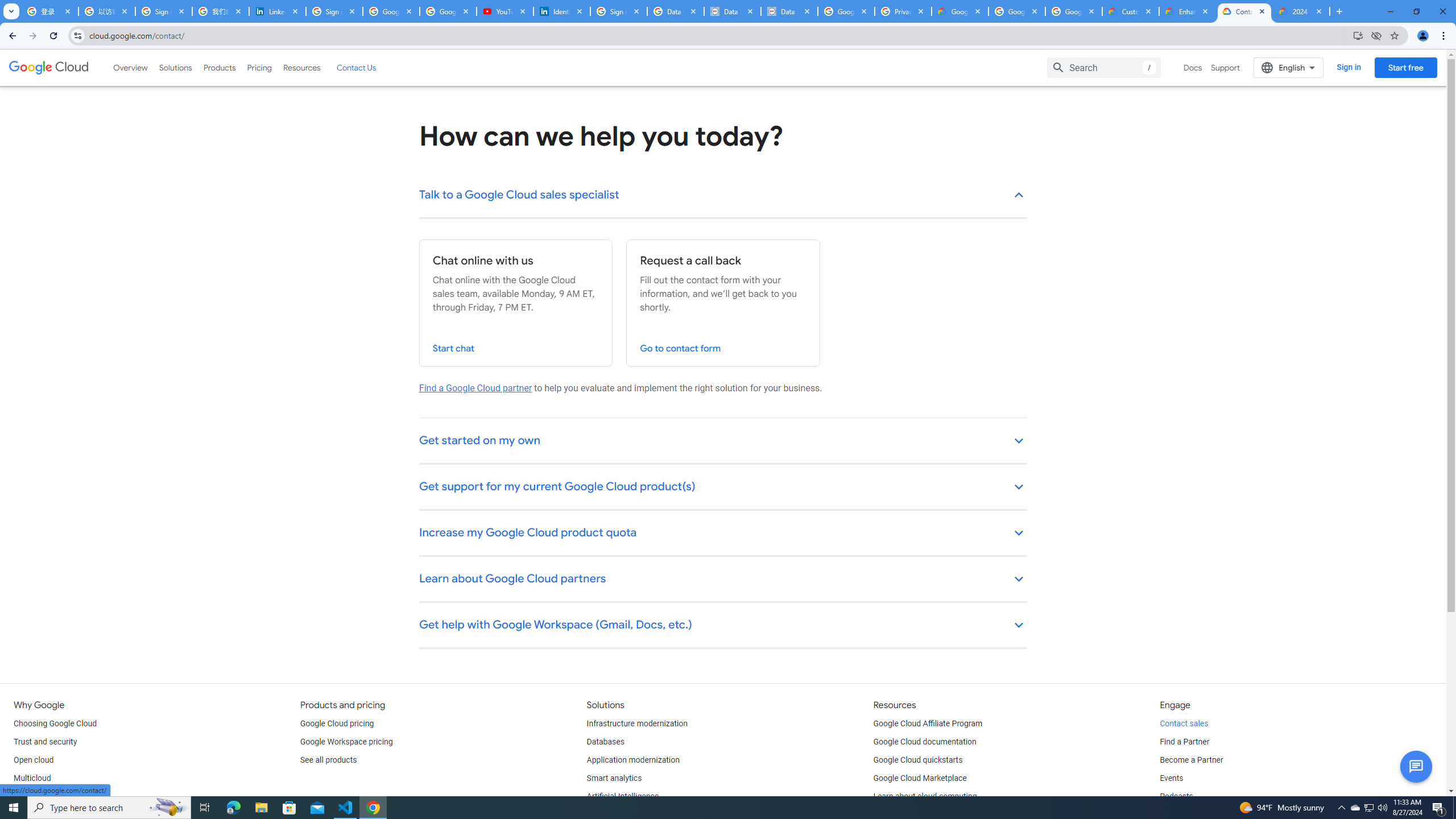  What do you see at coordinates (1131, 11) in the screenshot?
I see `'Customer Care | Google Cloud'` at bounding box center [1131, 11].